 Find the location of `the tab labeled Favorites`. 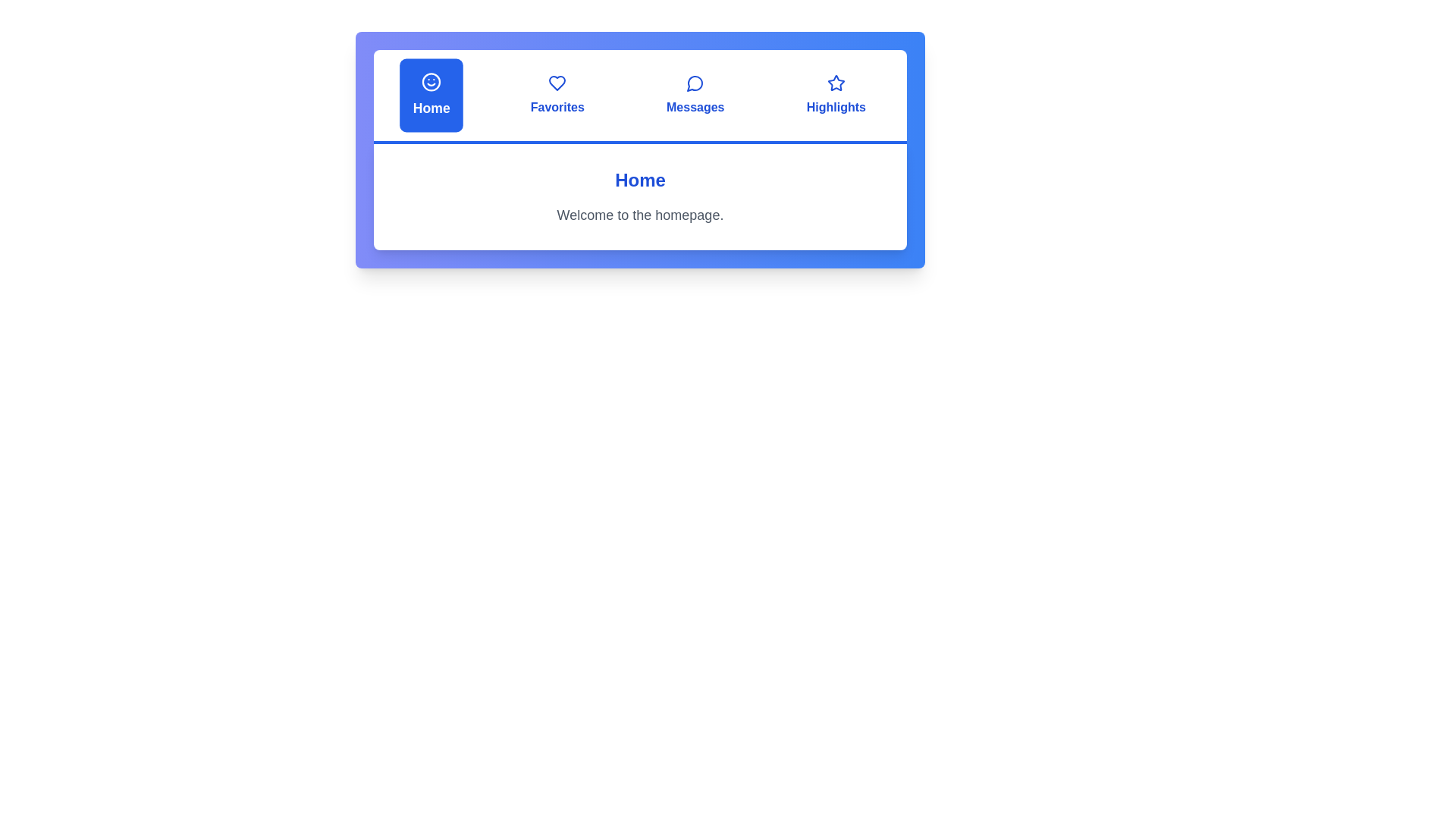

the tab labeled Favorites is located at coordinates (556, 96).